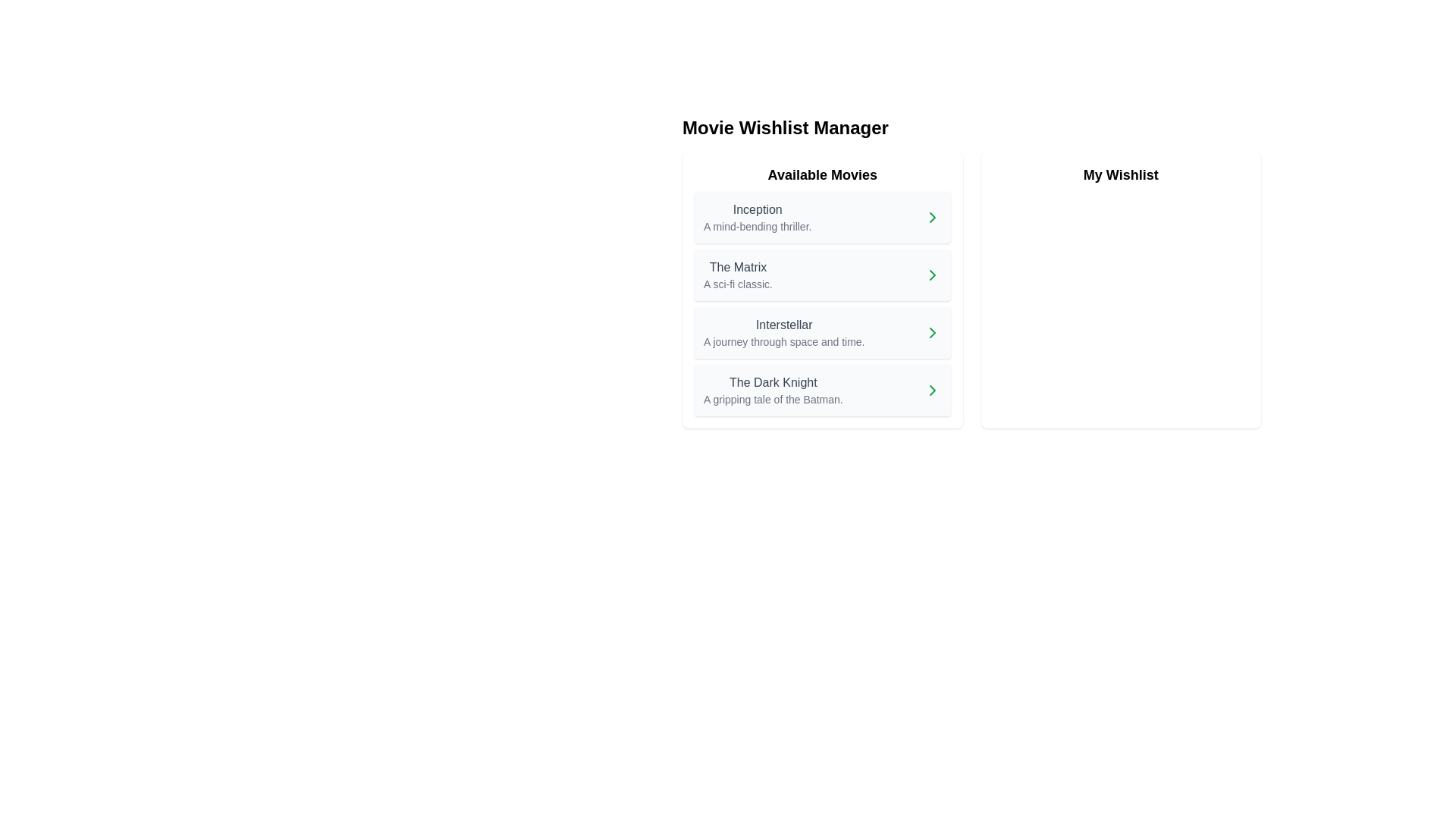 Image resolution: width=1456 pixels, height=819 pixels. Describe the element at coordinates (773, 390) in the screenshot. I see `the title and subtitle text block of the movie entry 'The Dark Knight' located in the fourth row of the 'Available Movies' list` at that location.